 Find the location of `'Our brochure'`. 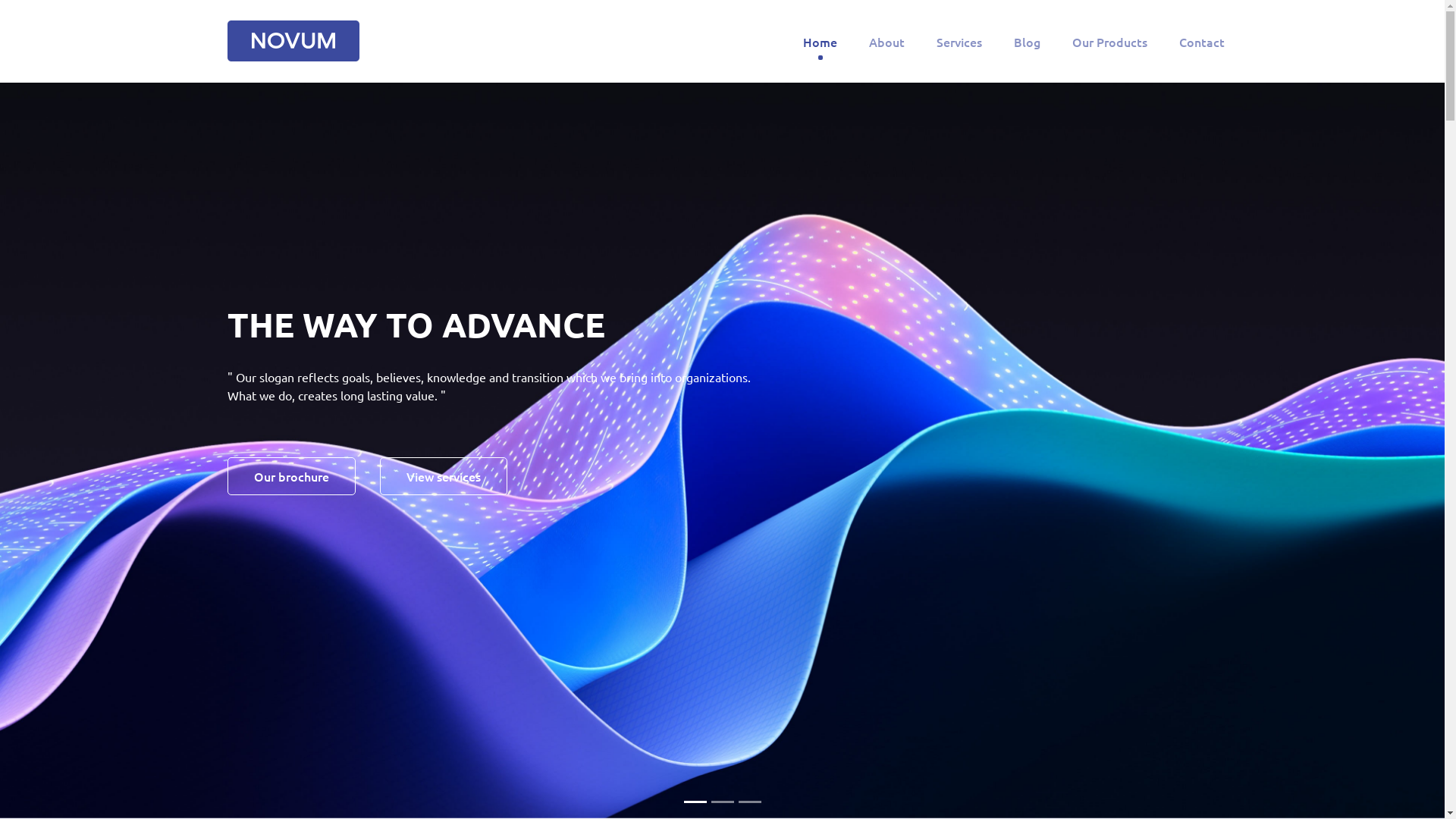

'Our brochure' is located at coordinates (291, 475).